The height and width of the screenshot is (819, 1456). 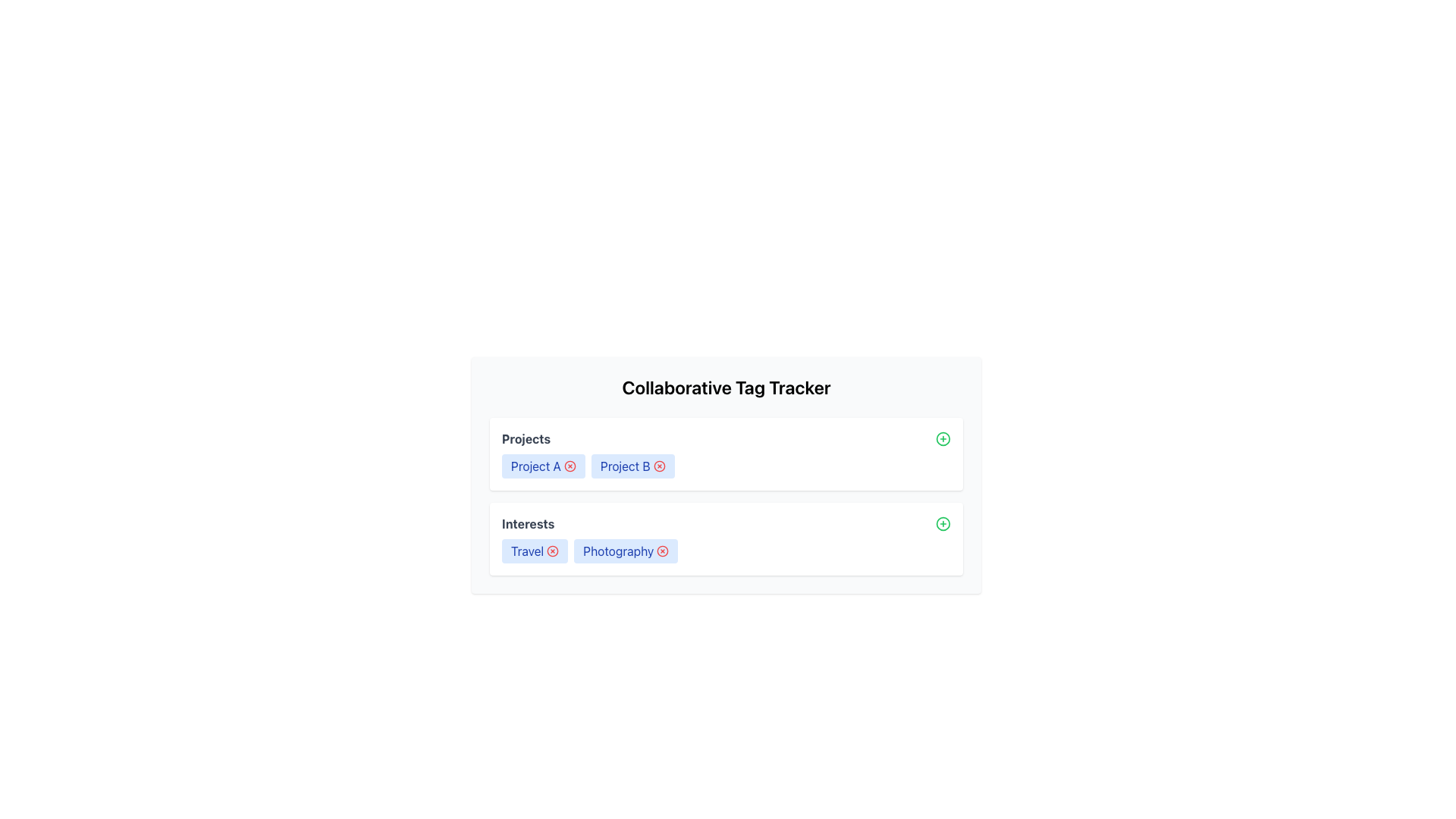 What do you see at coordinates (632, 465) in the screenshot?
I see `the text tag labeled 'Project B' with a rounded blue background and a small red 'X' icon to its right` at bounding box center [632, 465].